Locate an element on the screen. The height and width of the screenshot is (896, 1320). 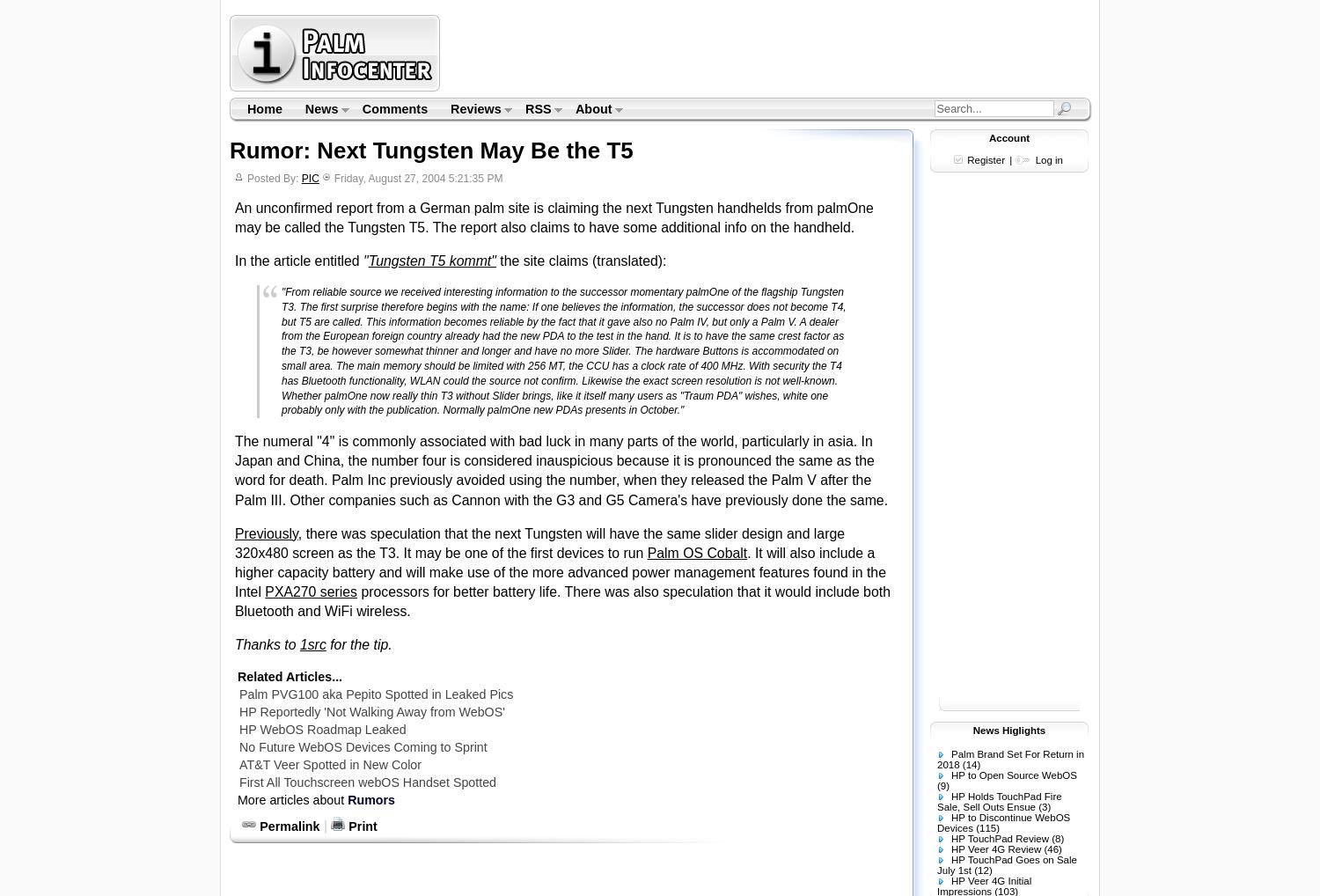
'(46)' is located at coordinates (1051, 848).